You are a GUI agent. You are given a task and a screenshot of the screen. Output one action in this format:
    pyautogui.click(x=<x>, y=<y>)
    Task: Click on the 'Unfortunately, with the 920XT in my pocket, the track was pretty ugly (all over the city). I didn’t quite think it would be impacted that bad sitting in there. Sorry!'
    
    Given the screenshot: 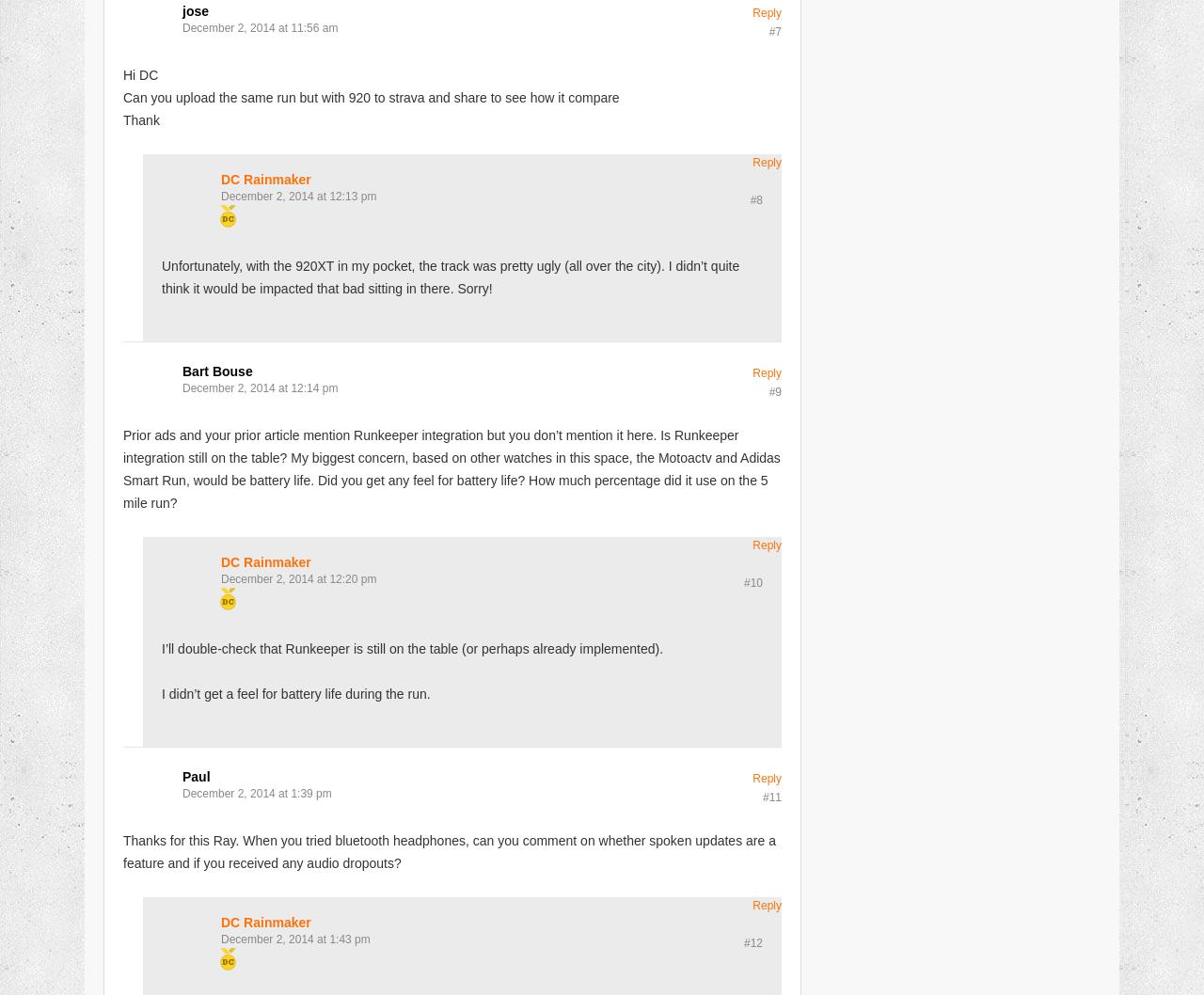 What is the action you would take?
    pyautogui.click(x=449, y=276)
    